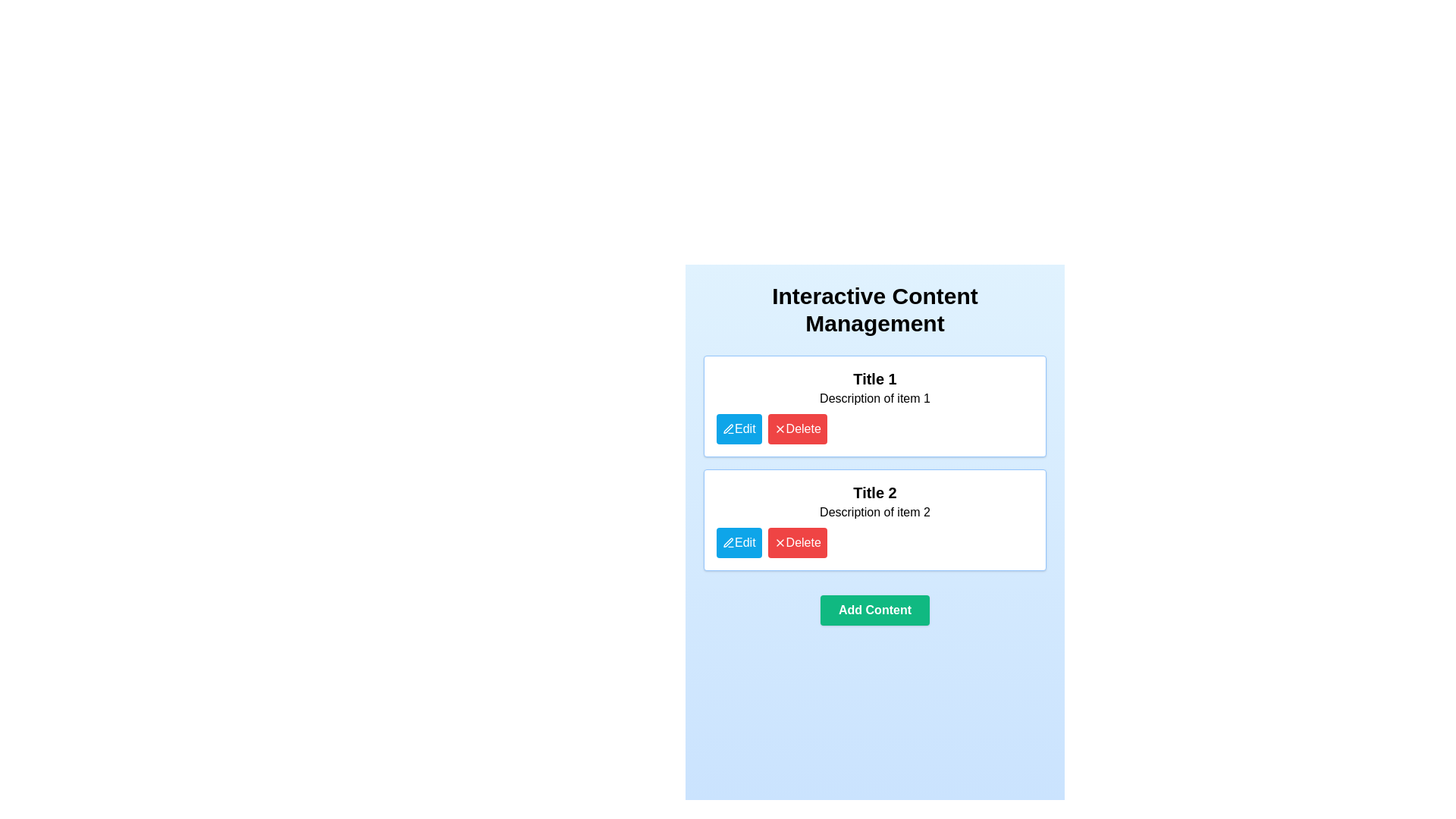  Describe the element at coordinates (874, 397) in the screenshot. I see `the static text element that reads 'Description of item 1', which is positioned directly below 'Title 1' in a smaller, lighter font` at that location.